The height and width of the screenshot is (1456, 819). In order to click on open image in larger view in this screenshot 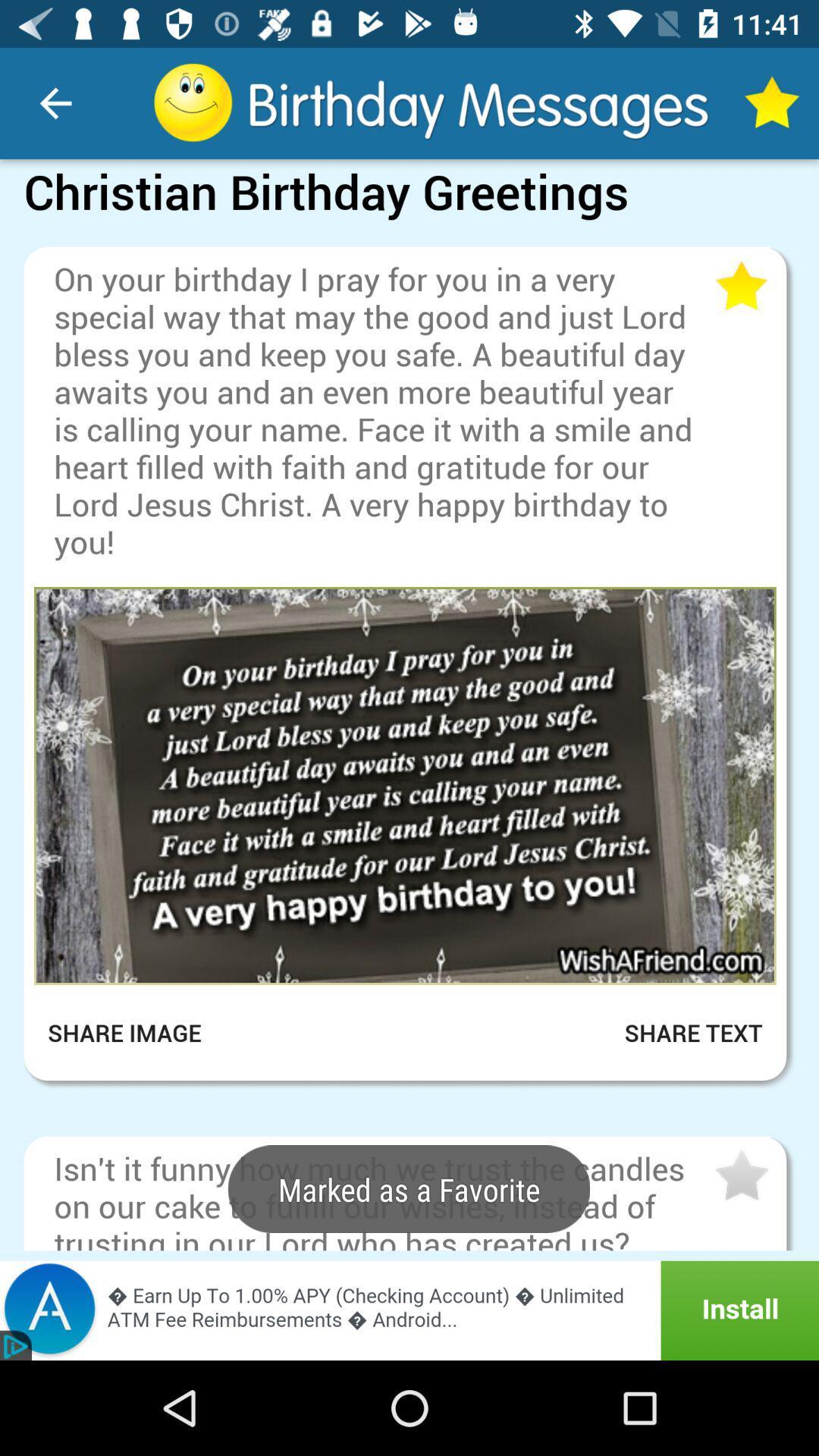, I will do `click(404, 786)`.